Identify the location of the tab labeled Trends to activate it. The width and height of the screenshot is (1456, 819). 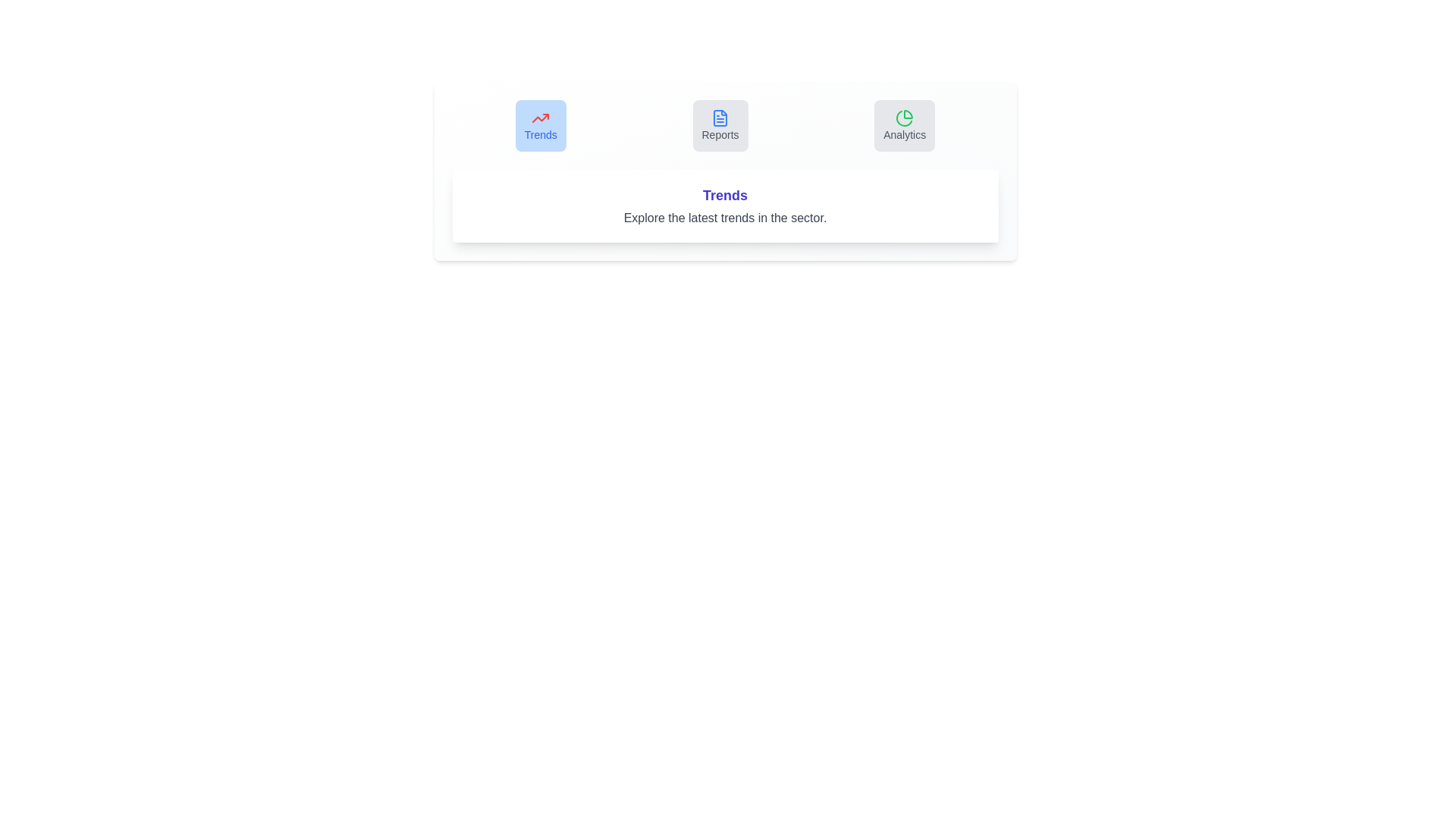
(541, 124).